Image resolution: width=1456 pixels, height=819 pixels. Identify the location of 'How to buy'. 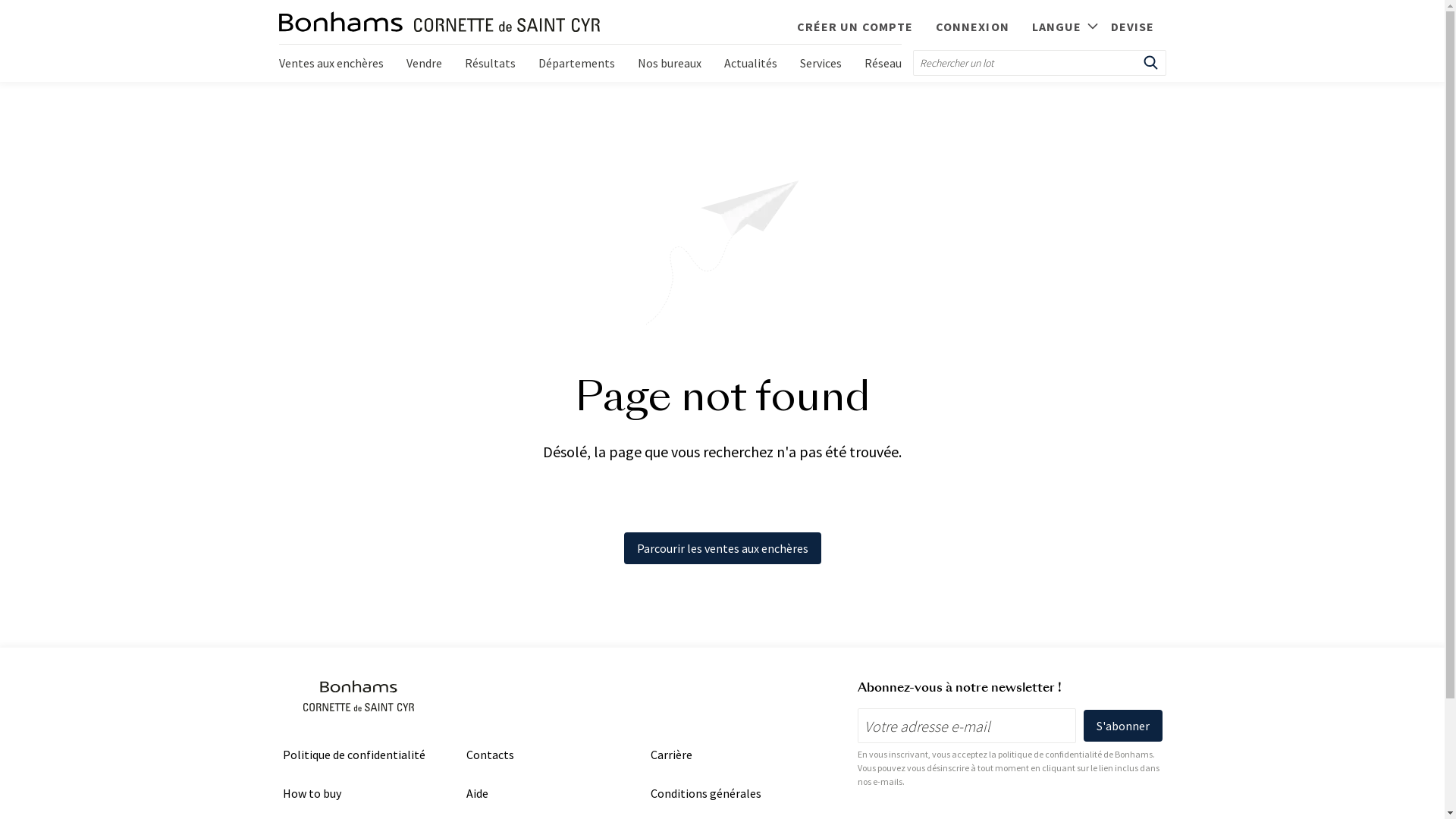
(310, 792).